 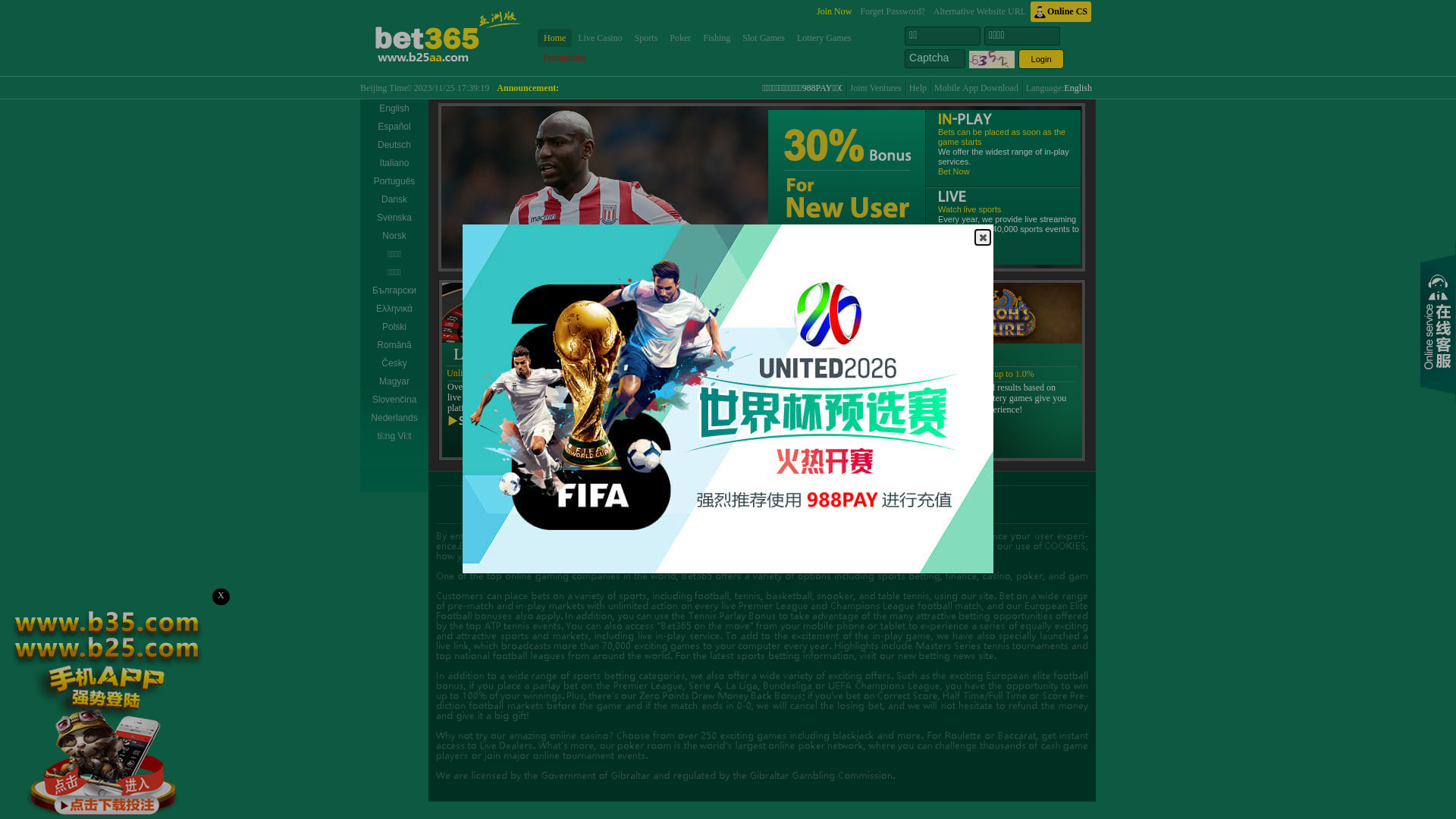 What do you see at coordinates (394, 380) in the screenshot?
I see `'Magyar'` at bounding box center [394, 380].